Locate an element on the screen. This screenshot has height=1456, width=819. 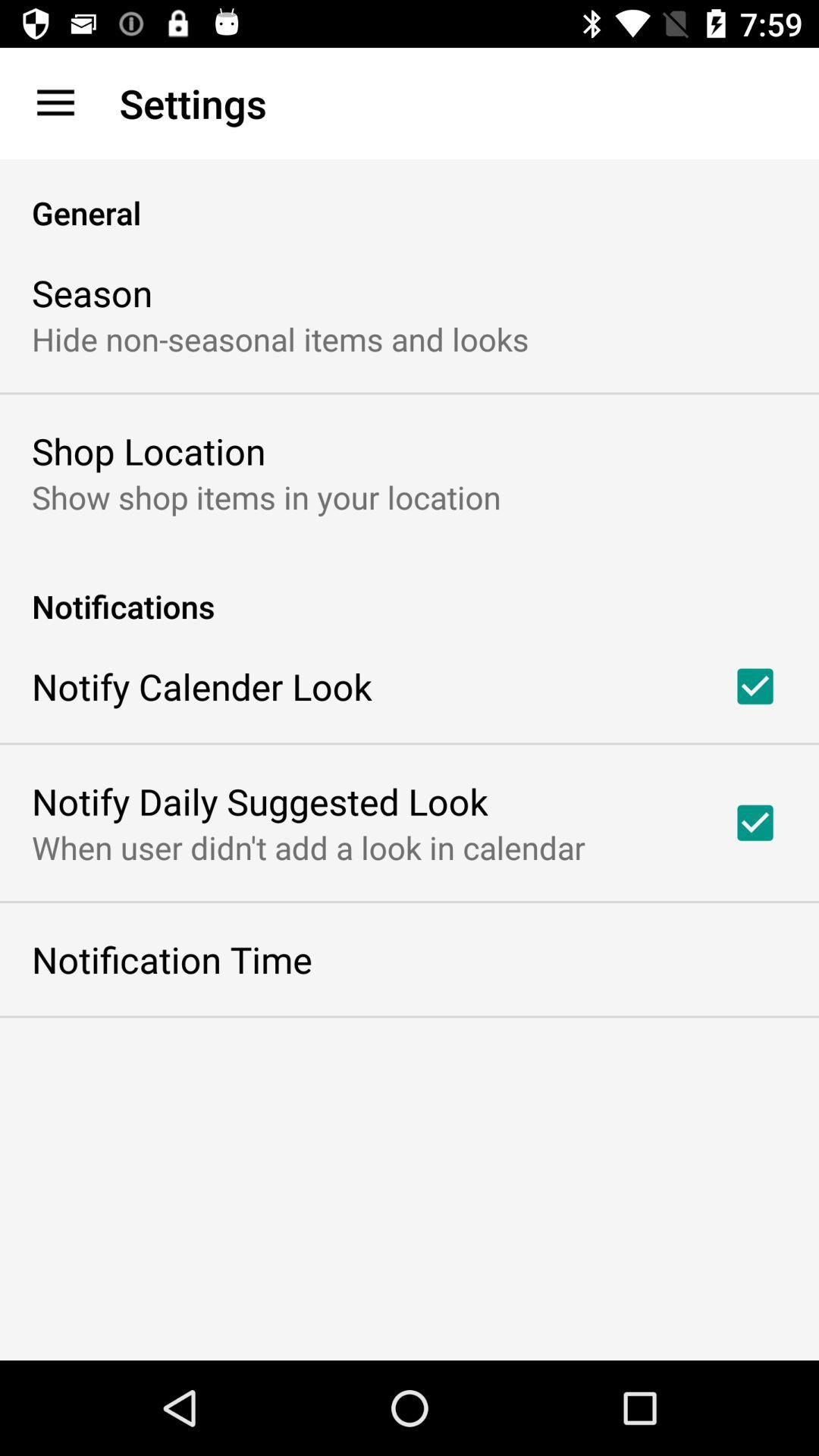
hide non seasonal is located at coordinates (280, 337).